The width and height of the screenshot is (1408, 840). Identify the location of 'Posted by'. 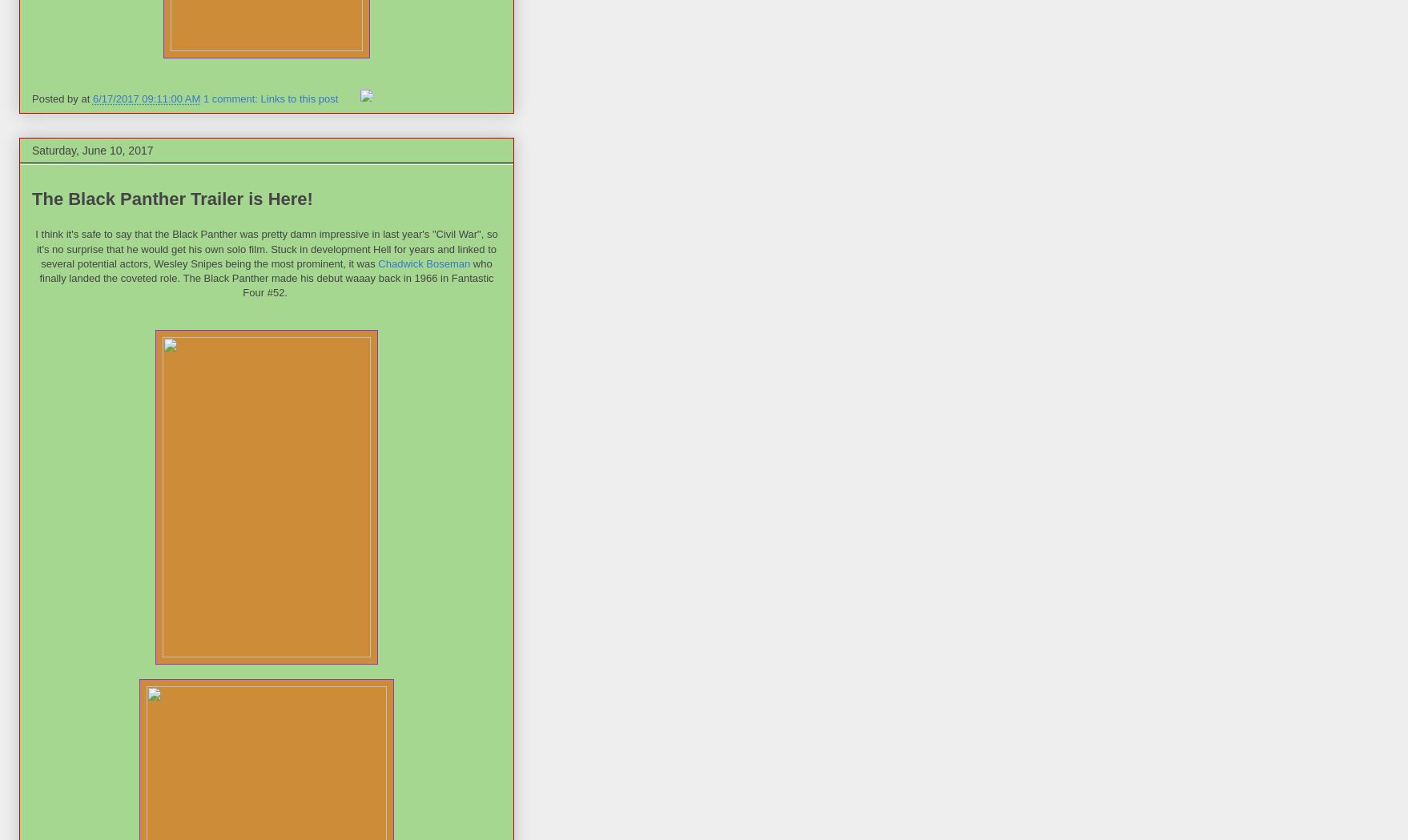
(56, 98).